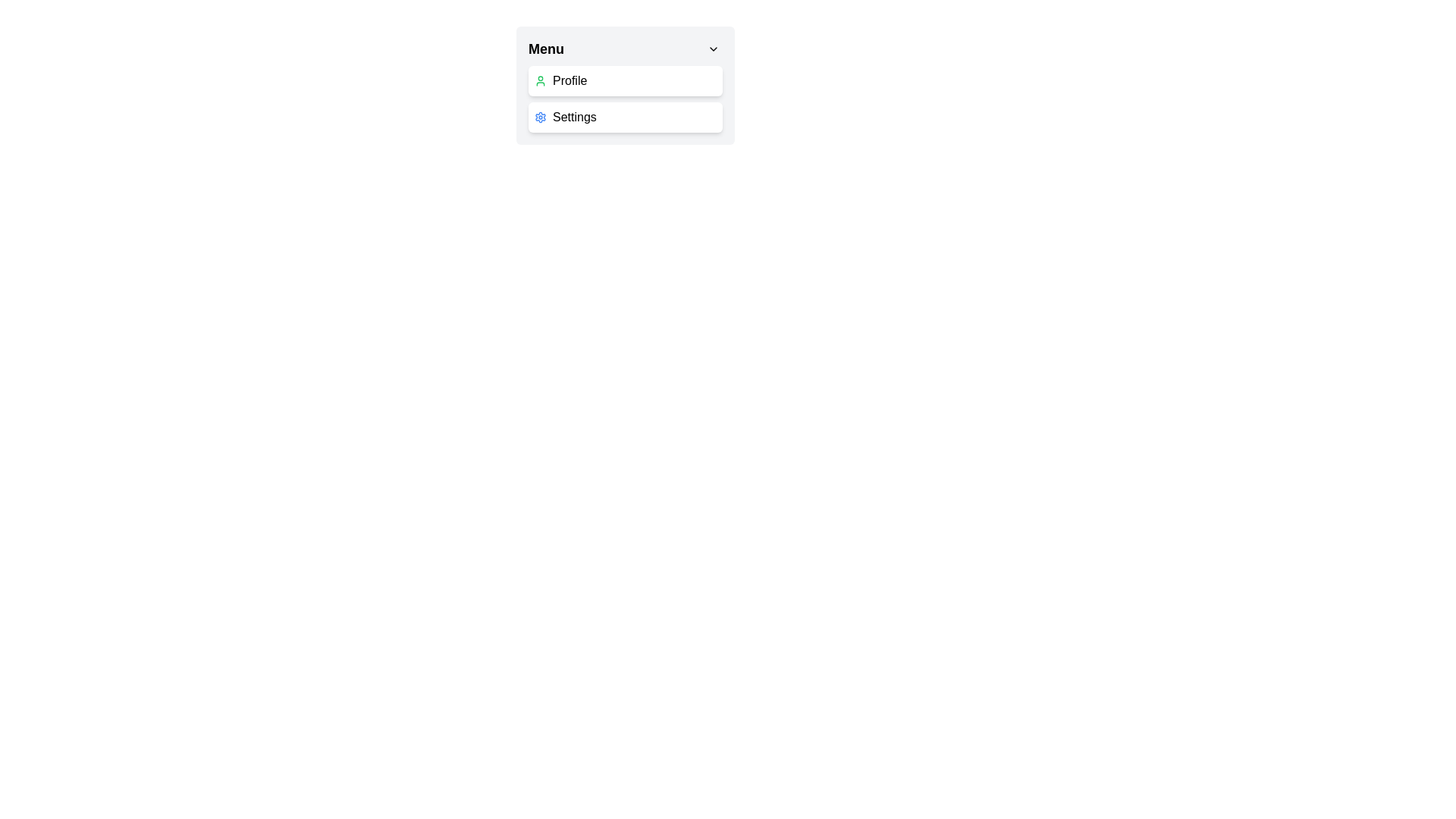  What do you see at coordinates (712, 49) in the screenshot?
I see `the Chevron Down icon located at the upper-right corner of the 'Menu' dropdown header` at bounding box center [712, 49].